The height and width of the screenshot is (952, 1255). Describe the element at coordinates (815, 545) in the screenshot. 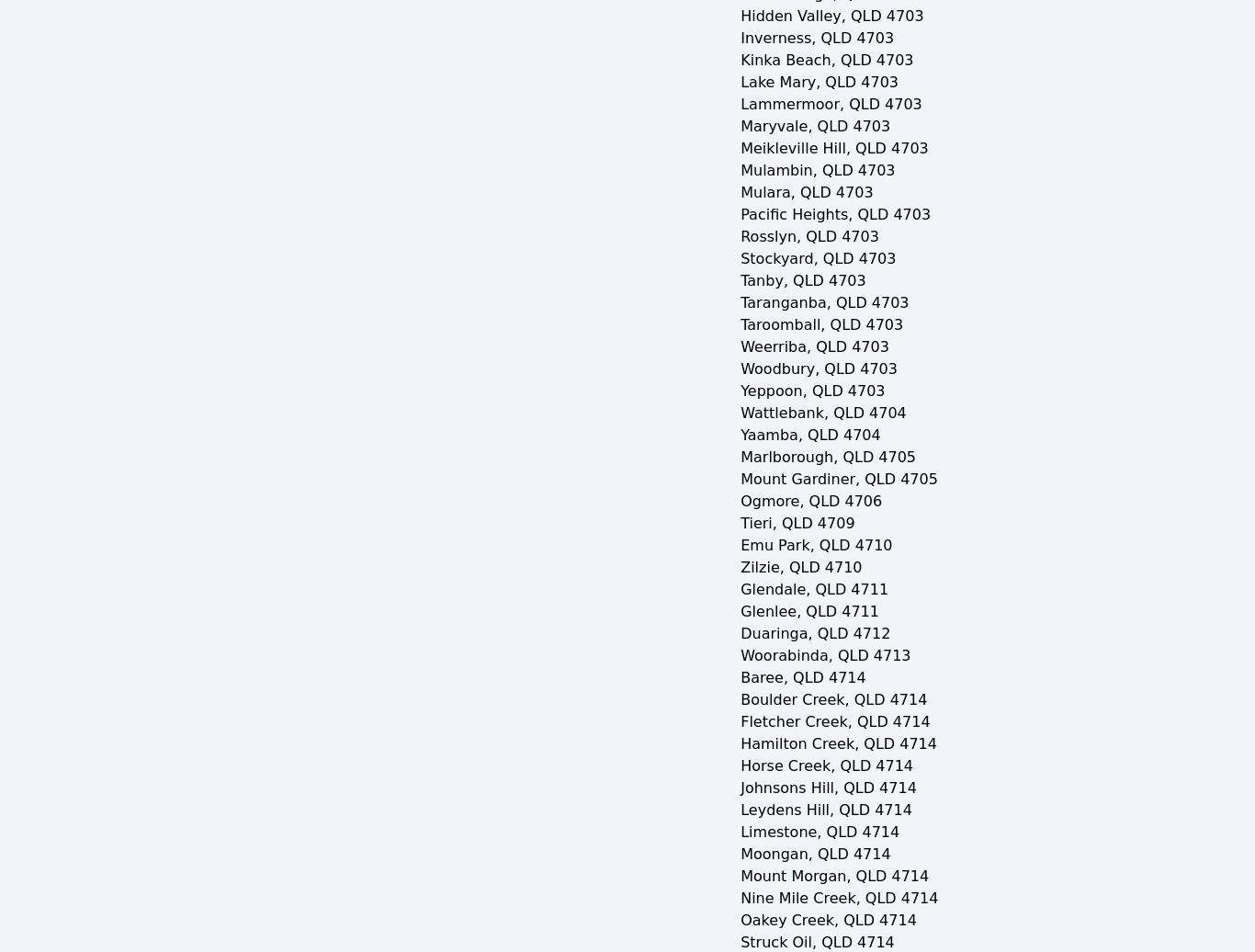

I see `'Emu Park, QLD 4710'` at that location.